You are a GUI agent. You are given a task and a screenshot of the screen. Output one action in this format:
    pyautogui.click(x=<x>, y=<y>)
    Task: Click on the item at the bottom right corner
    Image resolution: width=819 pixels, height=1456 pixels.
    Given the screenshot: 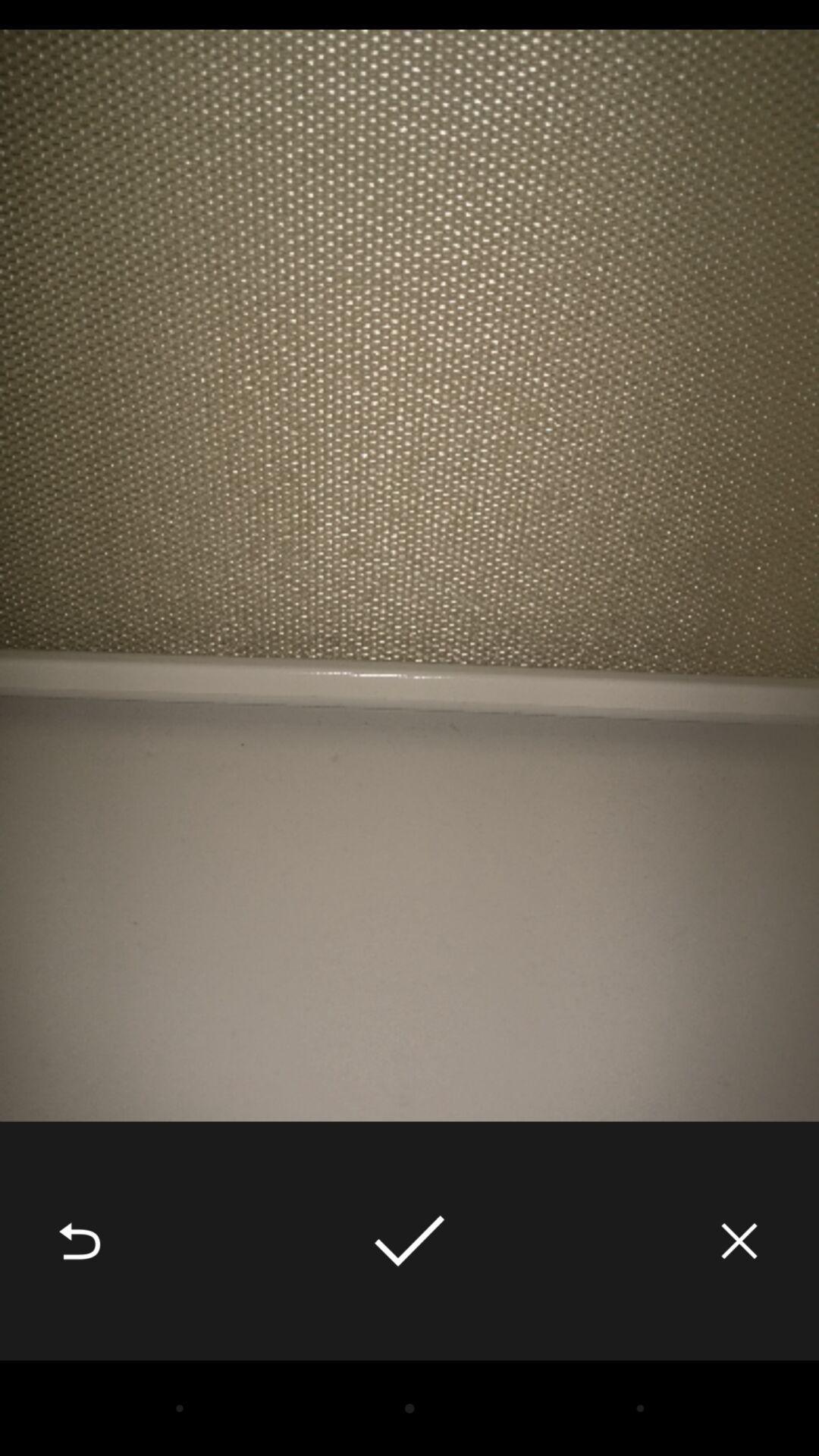 What is the action you would take?
    pyautogui.click(x=739, y=1241)
    